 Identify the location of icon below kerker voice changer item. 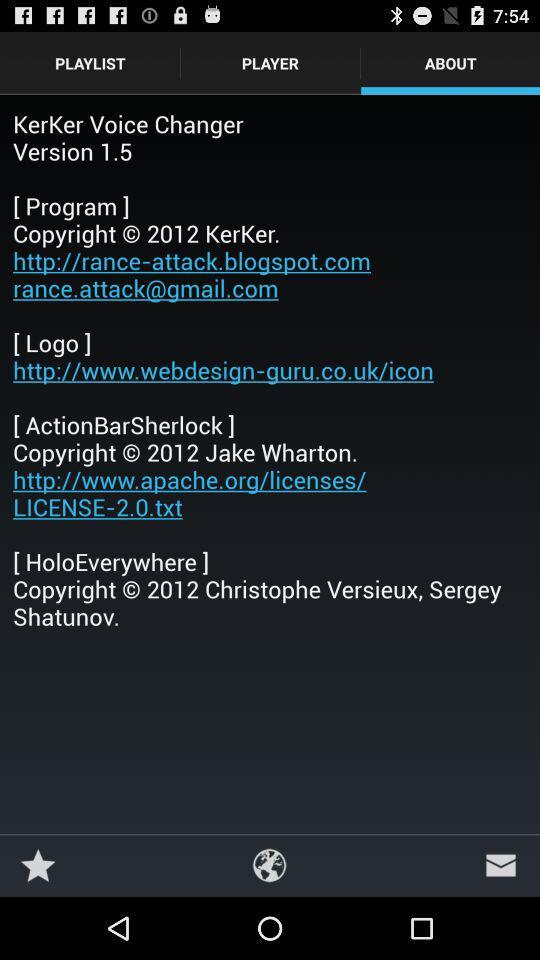
(269, 864).